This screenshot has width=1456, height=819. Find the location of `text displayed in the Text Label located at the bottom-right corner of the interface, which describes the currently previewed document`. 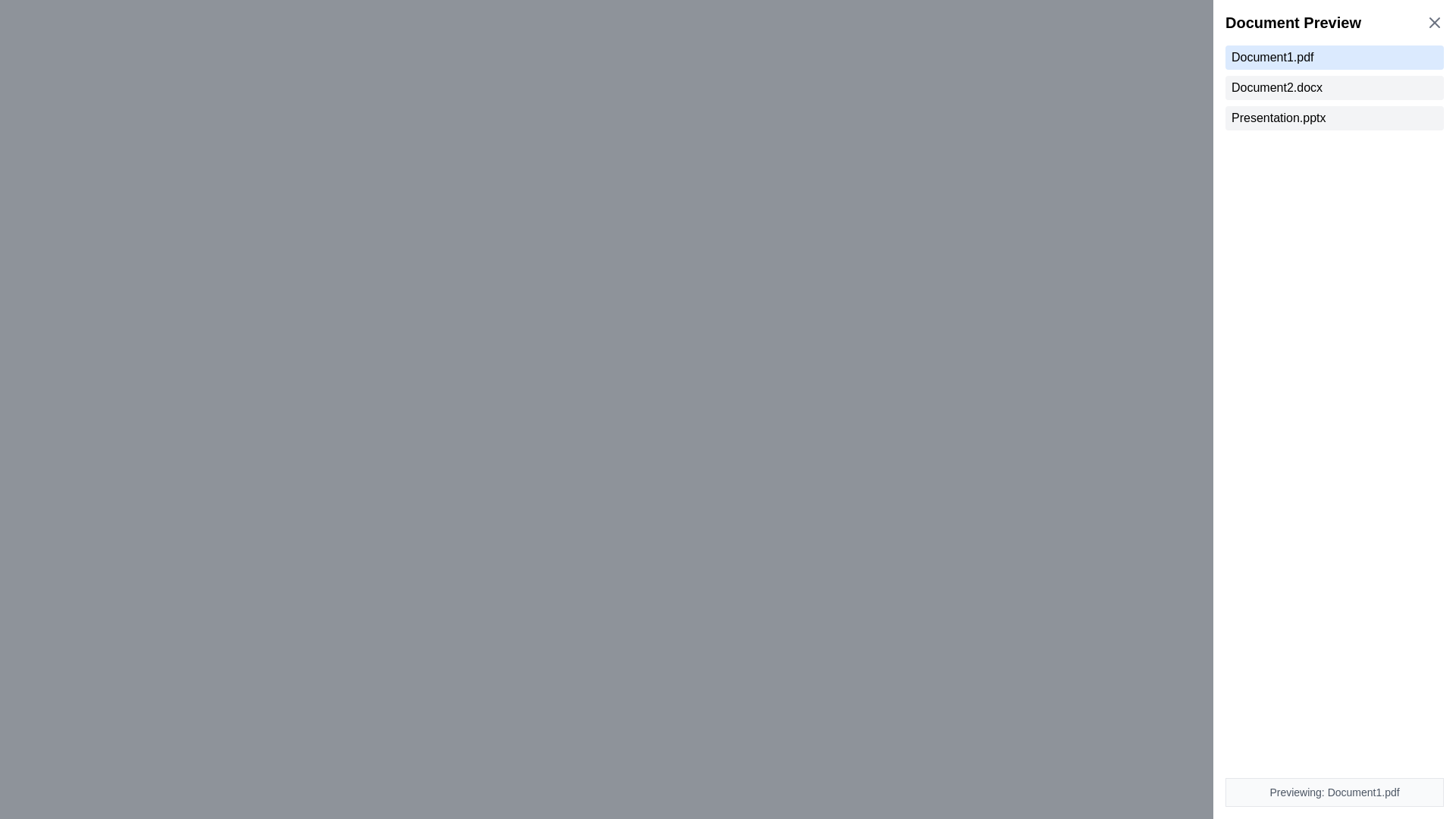

text displayed in the Text Label located at the bottom-right corner of the interface, which describes the currently previewed document is located at coordinates (1335, 792).